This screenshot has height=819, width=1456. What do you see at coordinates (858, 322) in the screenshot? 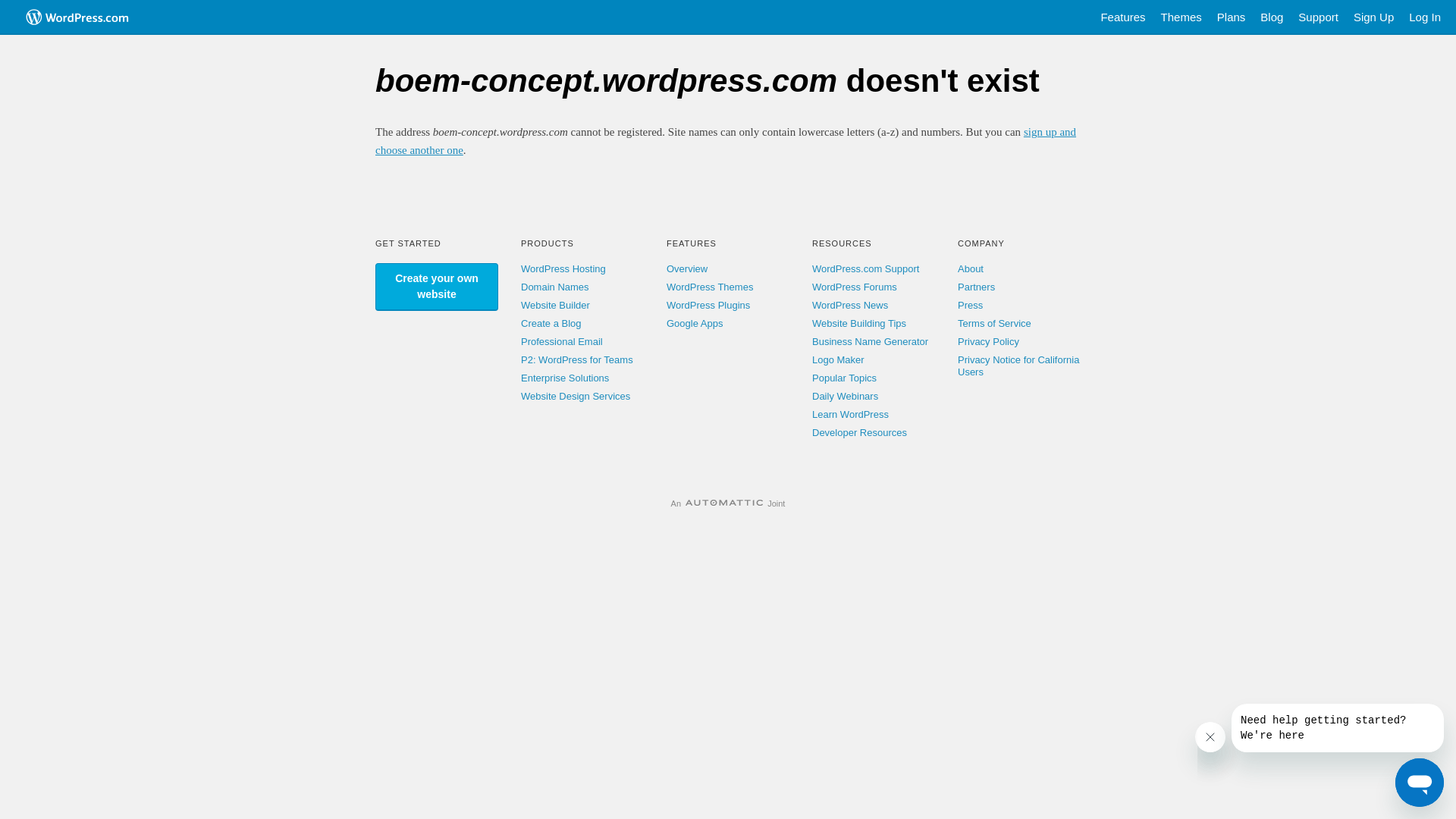
I see `'Website Building Tips'` at bounding box center [858, 322].